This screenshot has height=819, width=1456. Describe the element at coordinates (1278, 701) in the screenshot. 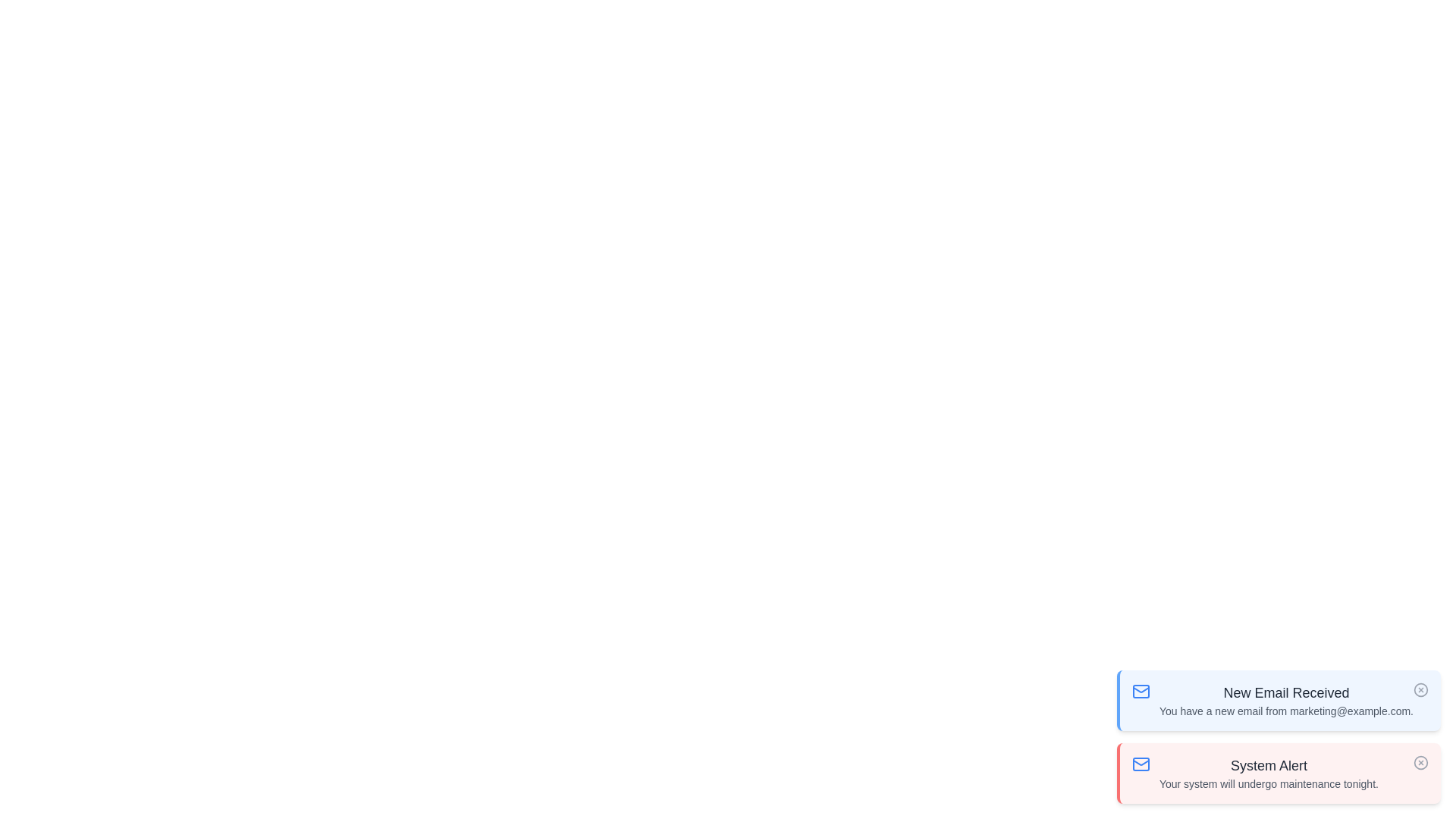

I see `the notification with title New Email Received` at that location.